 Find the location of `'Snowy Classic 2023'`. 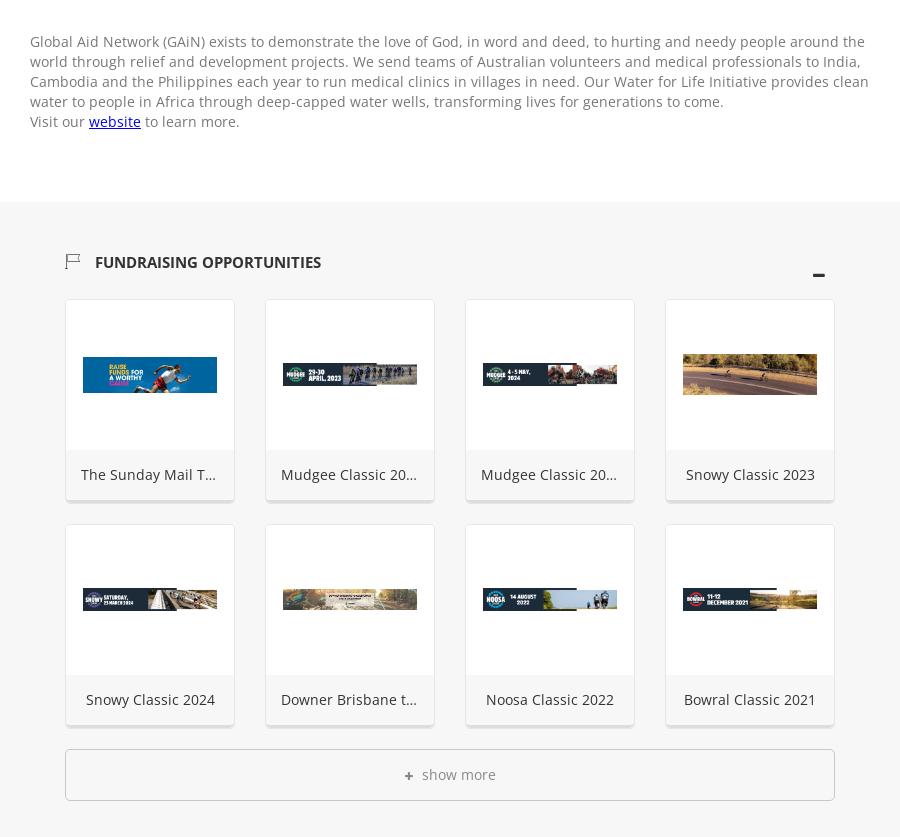

'Snowy Classic 2023' is located at coordinates (683, 472).